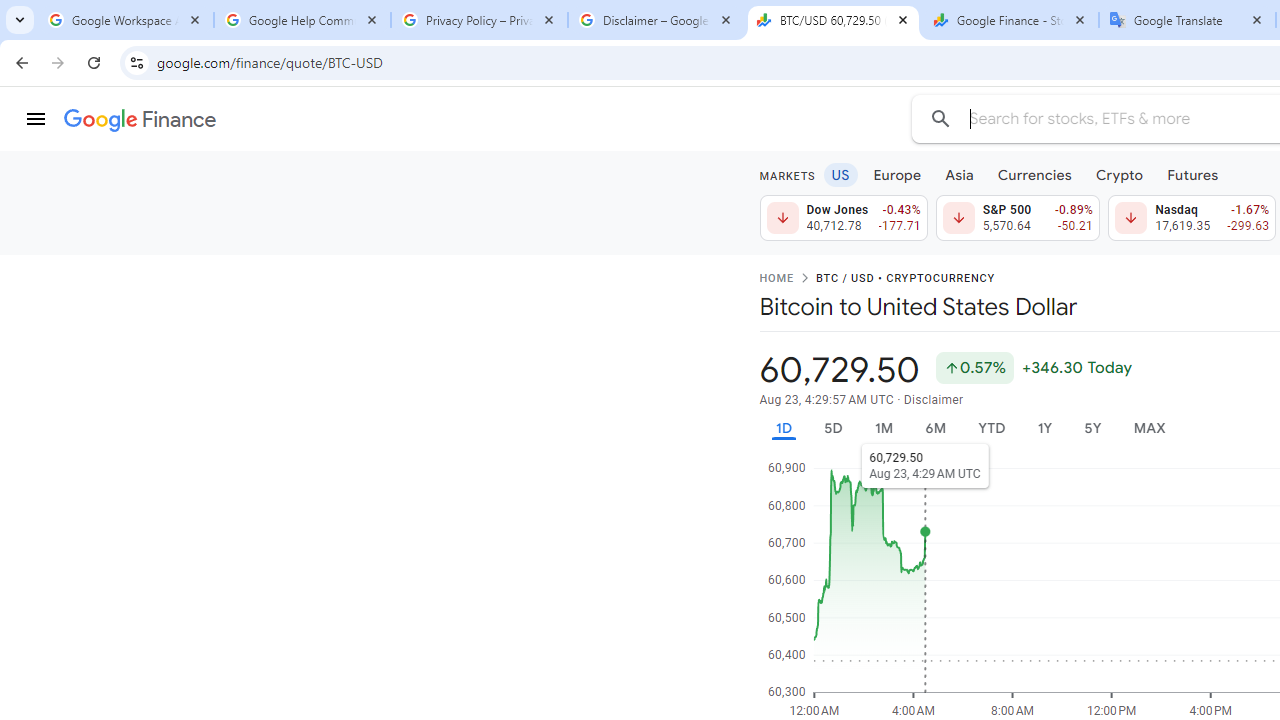  Describe the element at coordinates (882, 427) in the screenshot. I see `'1M'` at that location.